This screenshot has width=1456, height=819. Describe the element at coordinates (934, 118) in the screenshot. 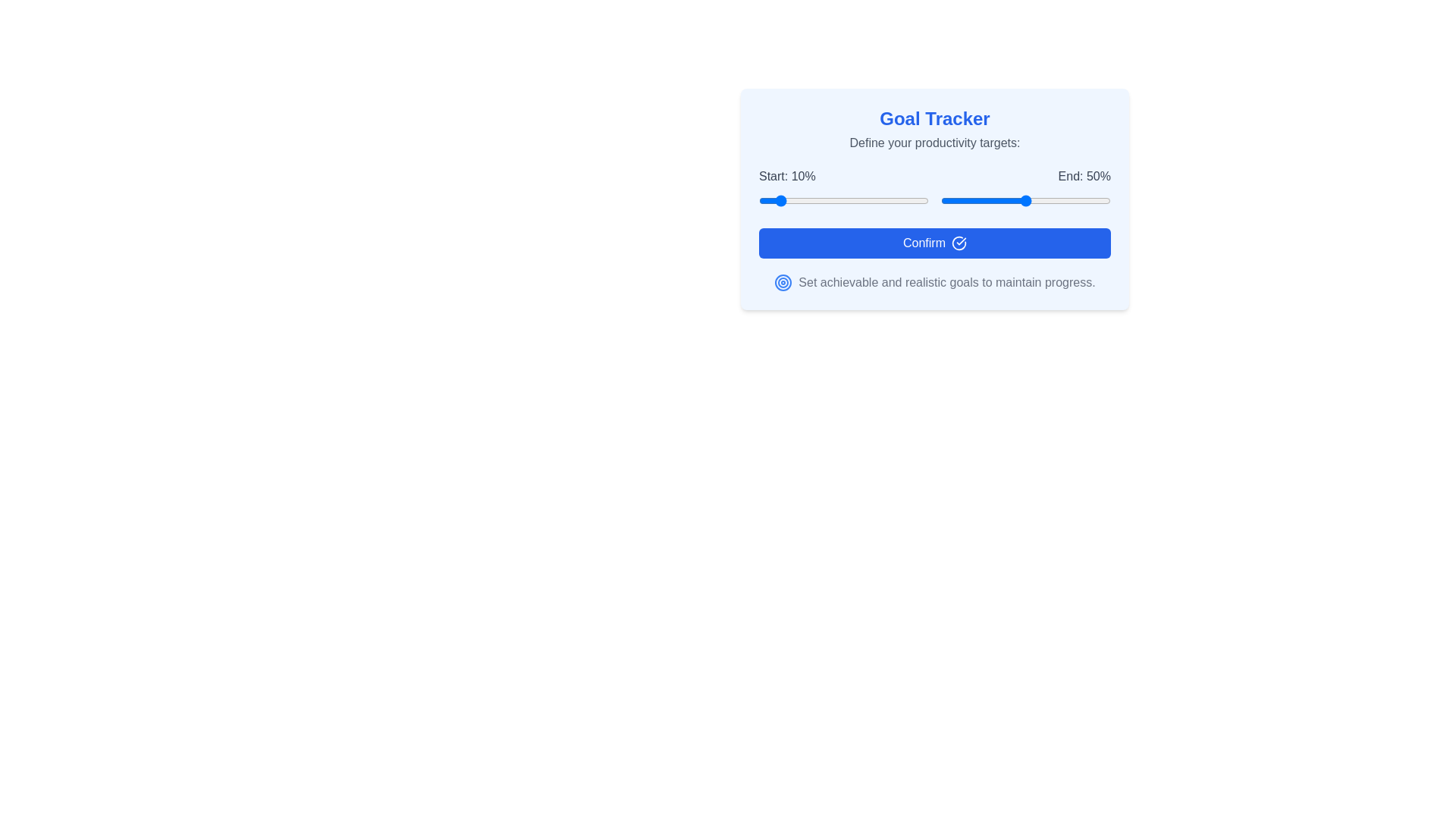

I see `the 'Goal Tracker' static text element, which is styled in bold, large blue text and is centered at the top of the productivity goal setting interface` at that location.